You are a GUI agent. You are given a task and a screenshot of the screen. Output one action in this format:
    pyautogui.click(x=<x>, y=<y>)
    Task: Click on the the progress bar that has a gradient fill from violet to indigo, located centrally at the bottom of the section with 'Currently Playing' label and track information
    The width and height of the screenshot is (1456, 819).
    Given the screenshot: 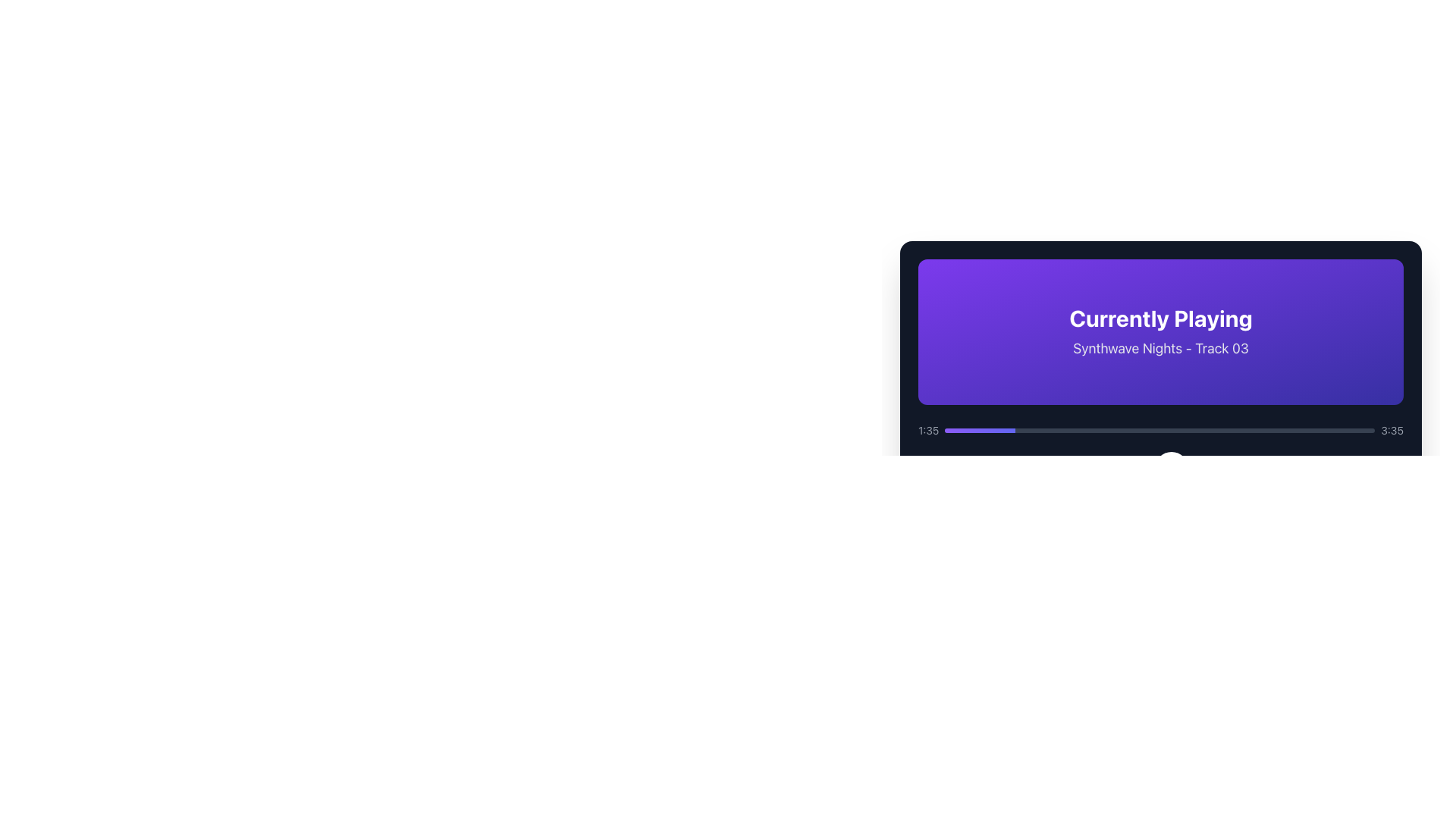 What is the action you would take?
    pyautogui.click(x=1160, y=430)
    